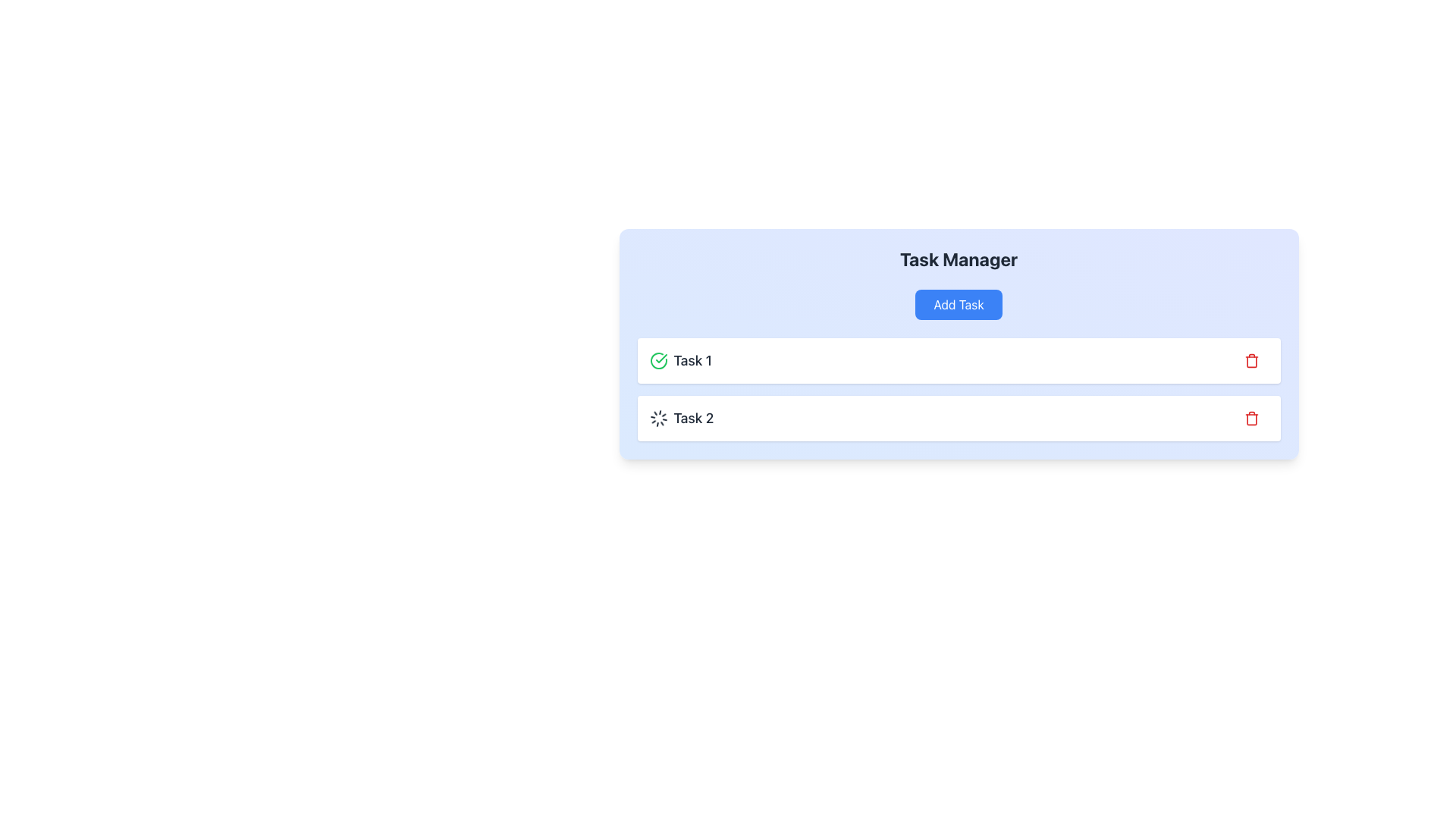 The image size is (1456, 819). What do you see at coordinates (679, 360) in the screenshot?
I see `the text label displaying the title 'Task 1', which is styled in bold font and accompanied by a green check mark icon, located in the task manager interface` at bounding box center [679, 360].